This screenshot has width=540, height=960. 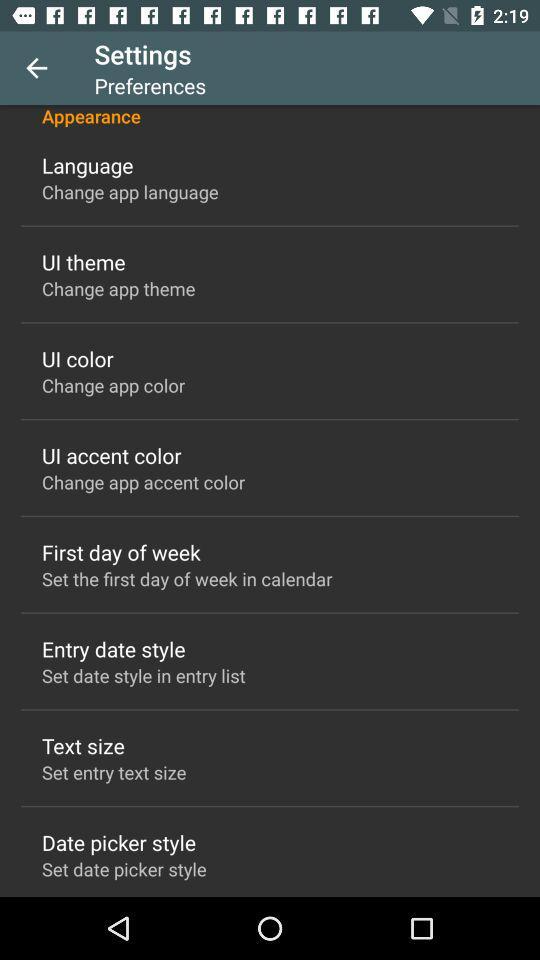 I want to click on the ui theme icon, so click(x=82, y=261).